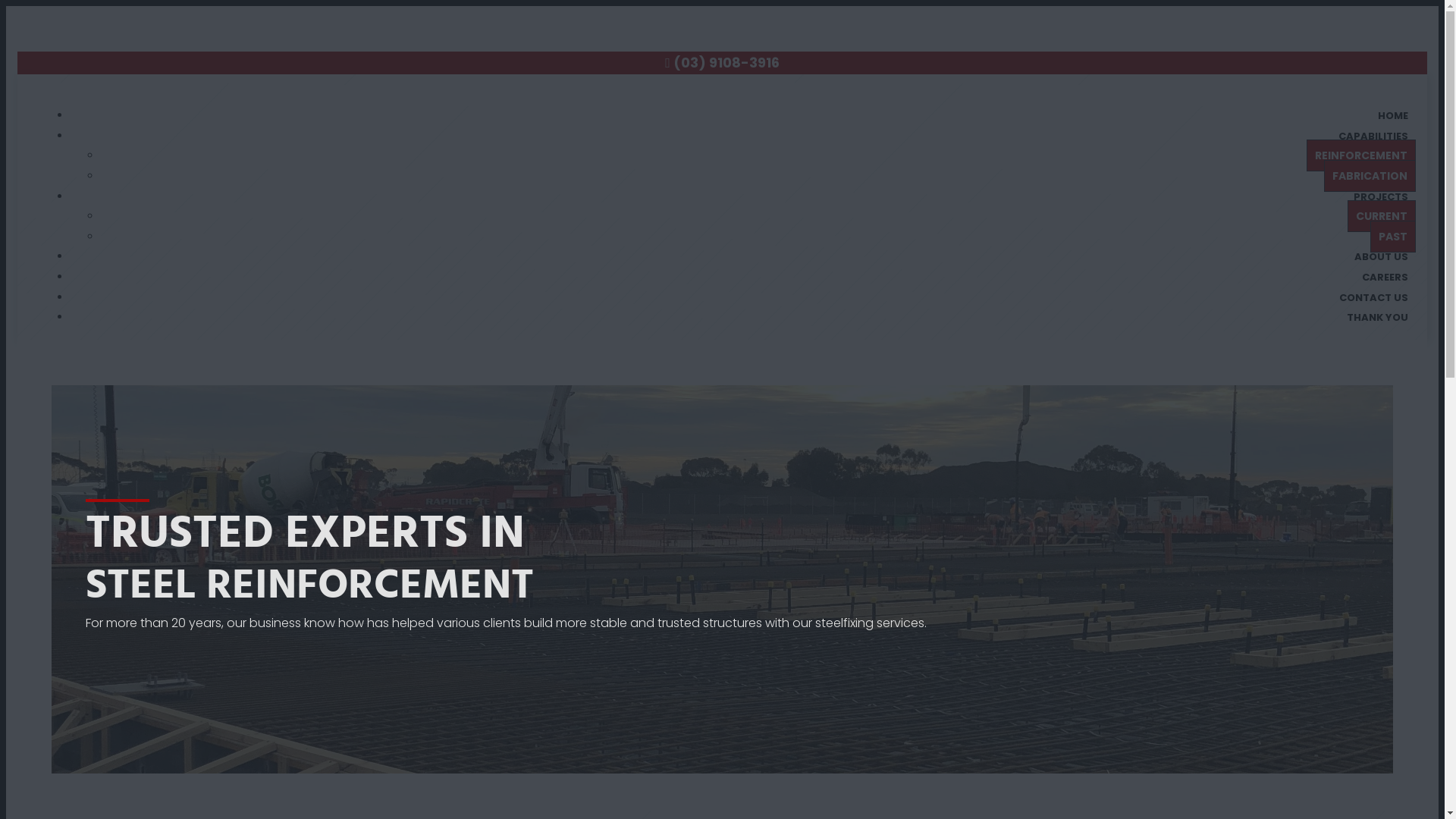 This screenshot has width=1456, height=819. I want to click on 'THANK YOU', so click(1339, 316).